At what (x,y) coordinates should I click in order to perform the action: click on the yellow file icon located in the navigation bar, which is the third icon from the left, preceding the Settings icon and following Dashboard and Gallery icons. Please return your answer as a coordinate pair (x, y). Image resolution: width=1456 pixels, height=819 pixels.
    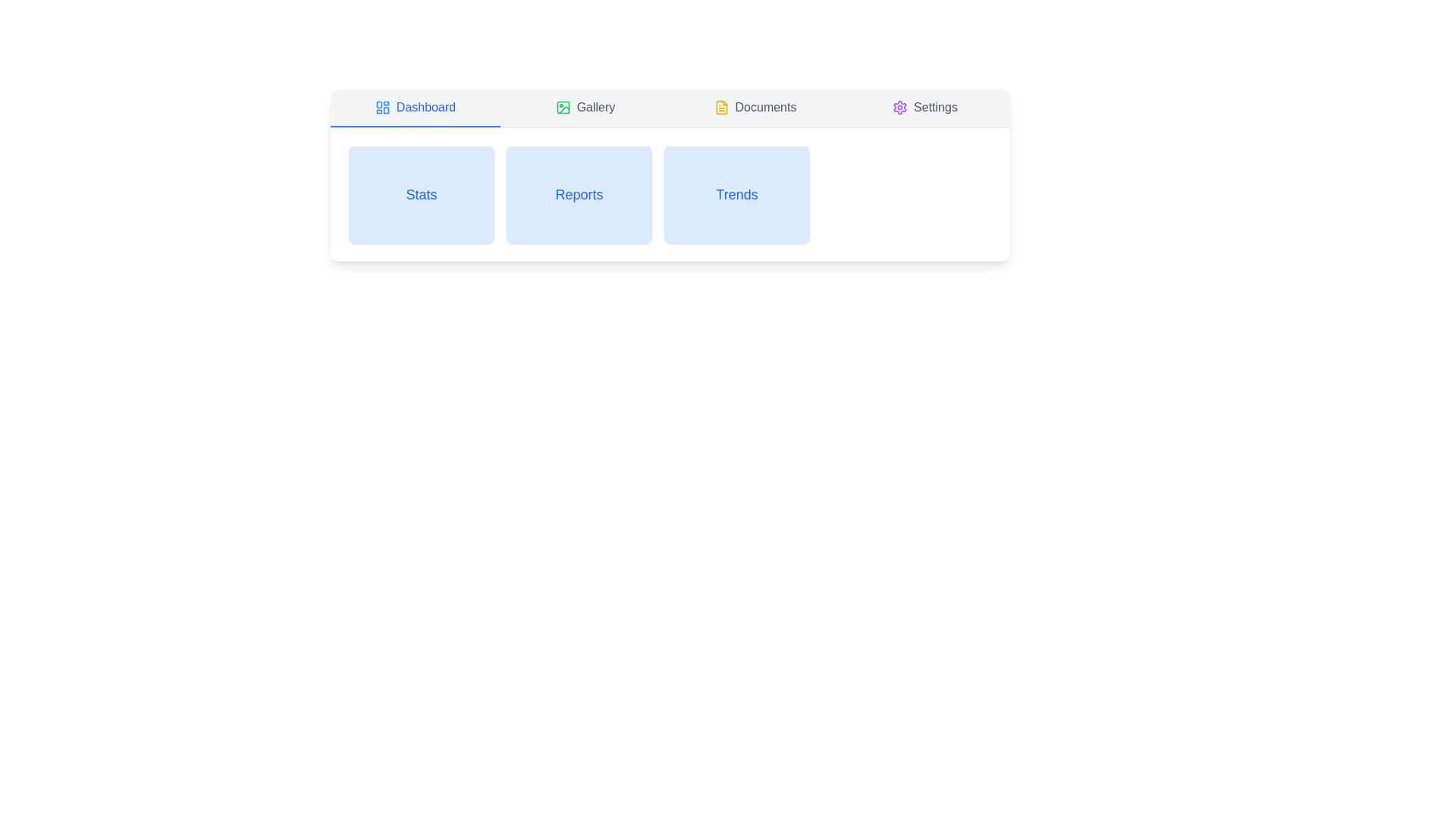
    Looking at the image, I should click on (720, 107).